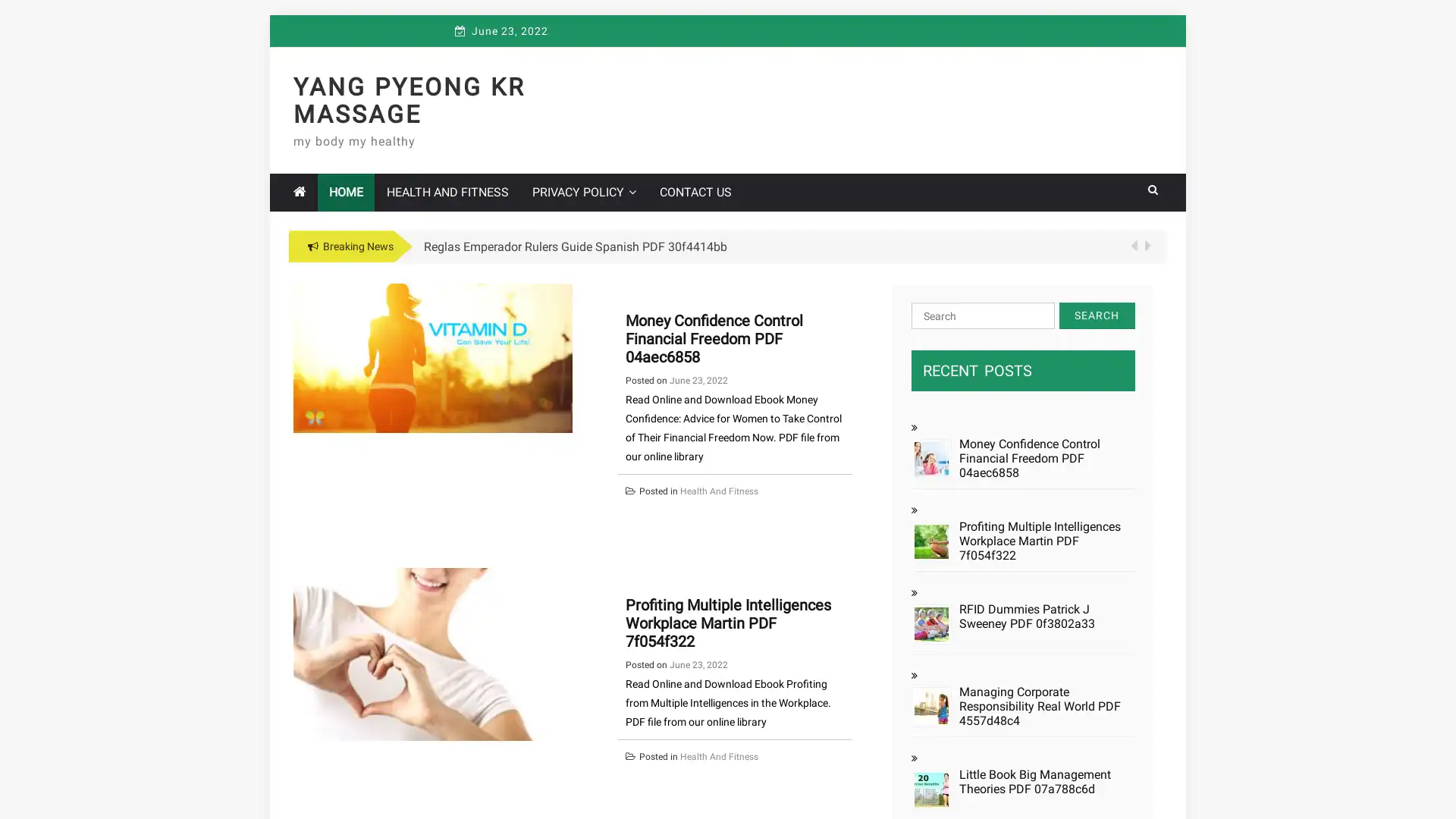  Describe the element at coordinates (1096, 315) in the screenshot. I see `Search` at that location.